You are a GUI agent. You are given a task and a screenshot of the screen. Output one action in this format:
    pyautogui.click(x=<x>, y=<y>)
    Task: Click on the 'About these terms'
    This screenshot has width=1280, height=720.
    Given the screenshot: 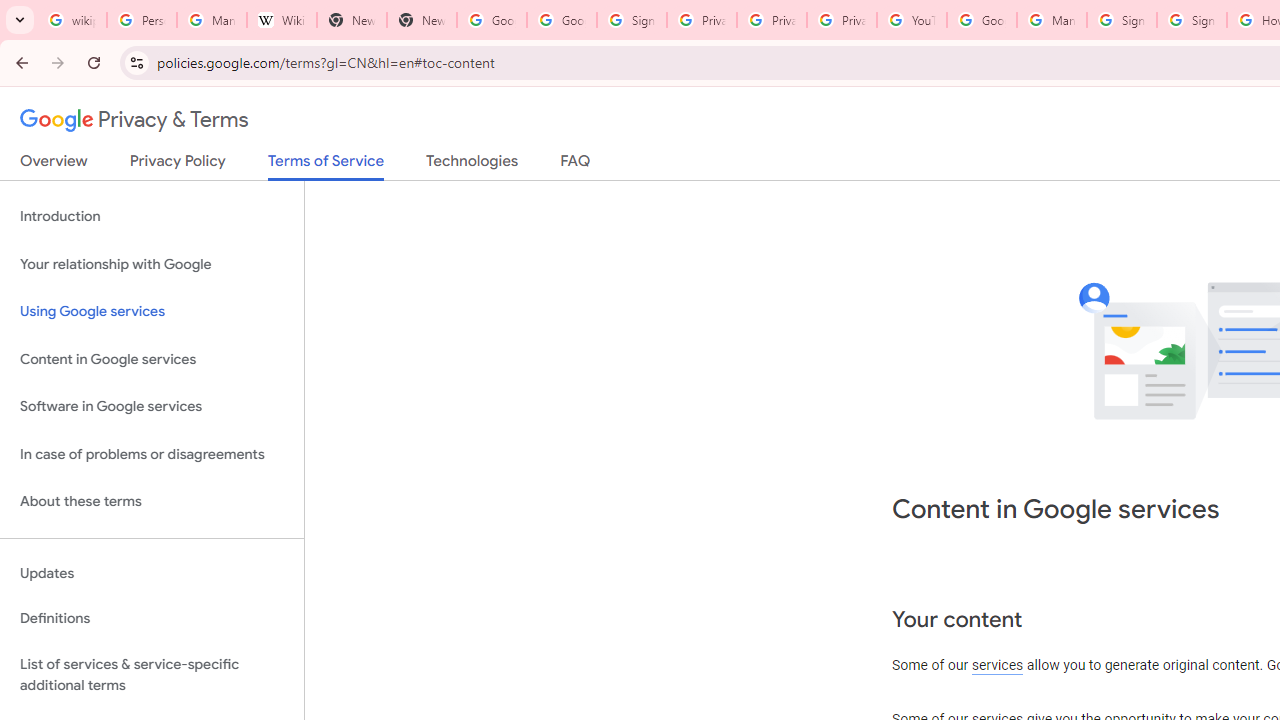 What is the action you would take?
    pyautogui.click(x=151, y=501)
    